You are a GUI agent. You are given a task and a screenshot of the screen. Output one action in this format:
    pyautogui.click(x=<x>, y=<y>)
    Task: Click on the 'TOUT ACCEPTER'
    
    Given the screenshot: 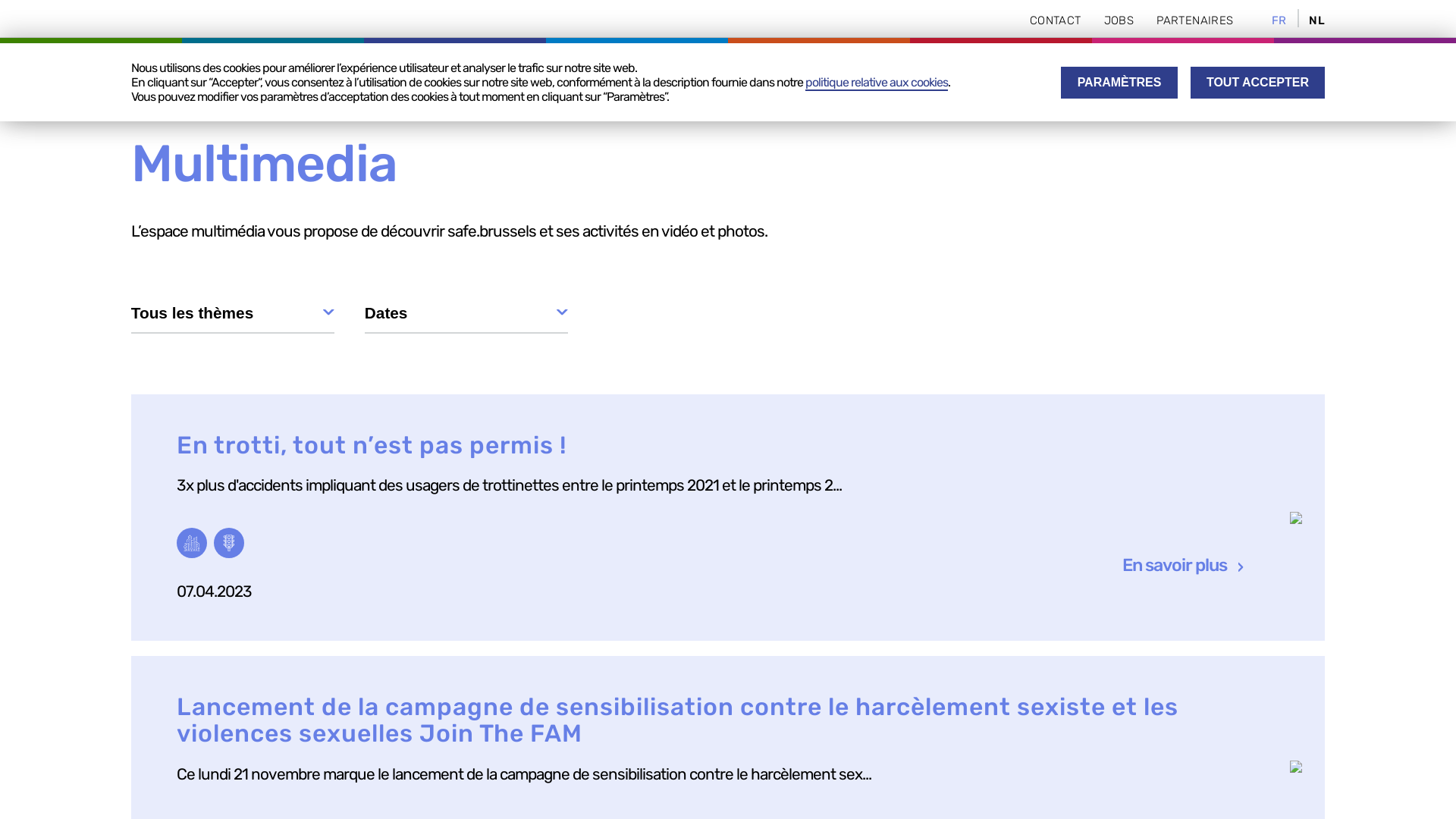 What is the action you would take?
    pyautogui.click(x=1189, y=82)
    